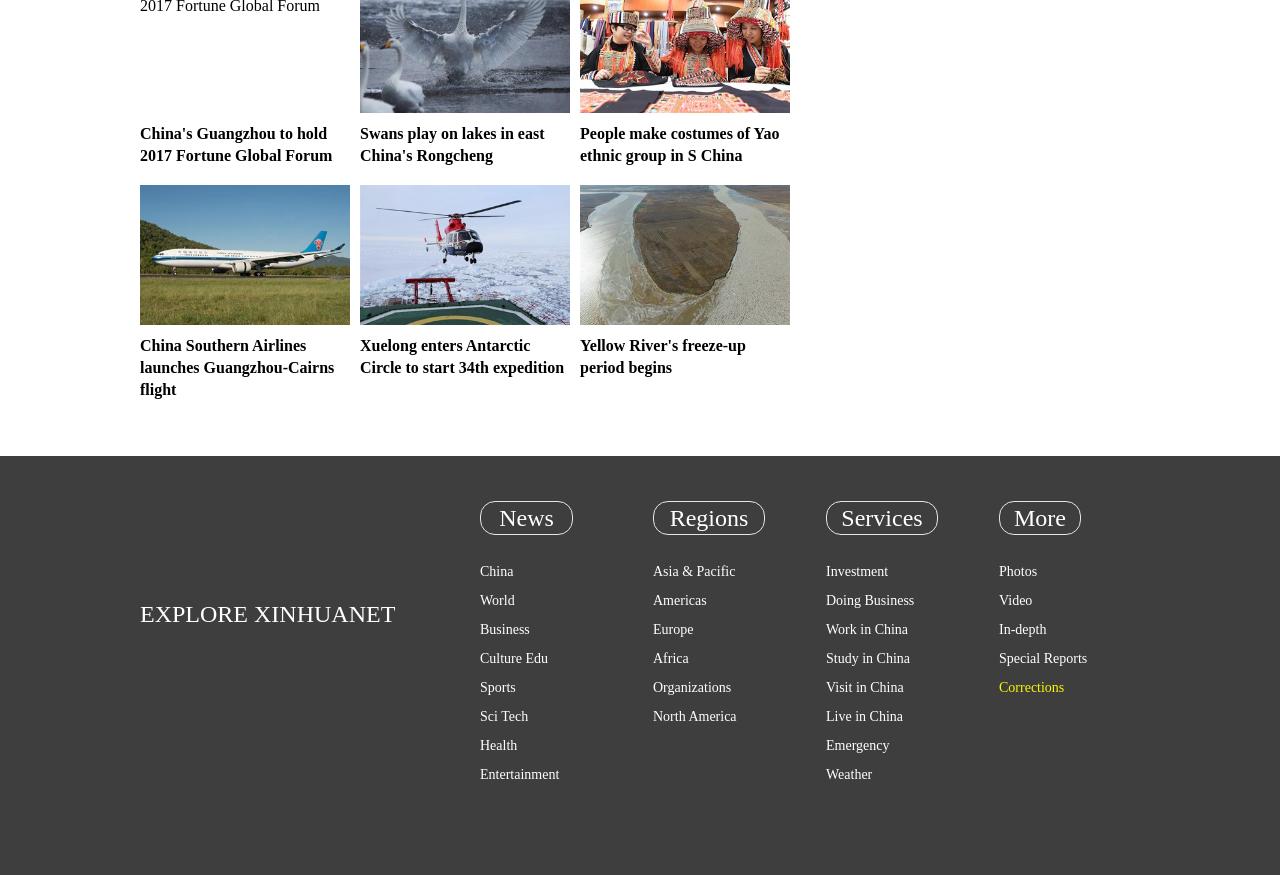 The image size is (1280, 875). What do you see at coordinates (450, 143) in the screenshot?
I see `'Swans play on lakes in east China's Rongcheng'` at bounding box center [450, 143].